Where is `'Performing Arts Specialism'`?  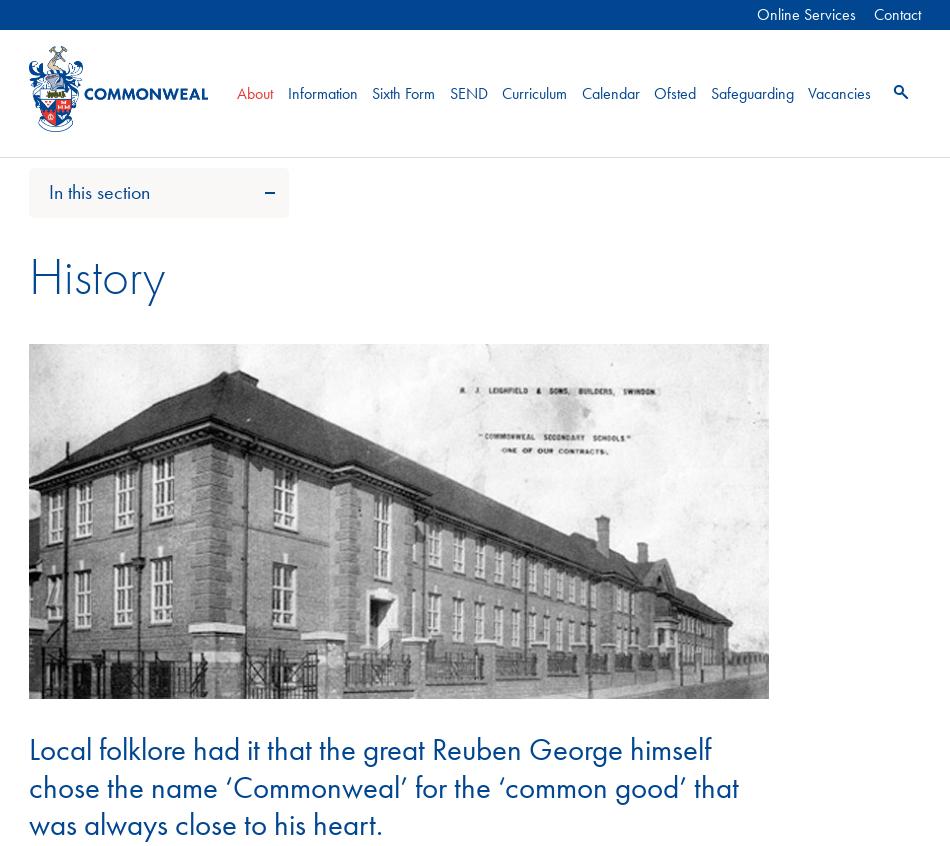
'Performing Arts Specialism' is located at coordinates (138, 371).